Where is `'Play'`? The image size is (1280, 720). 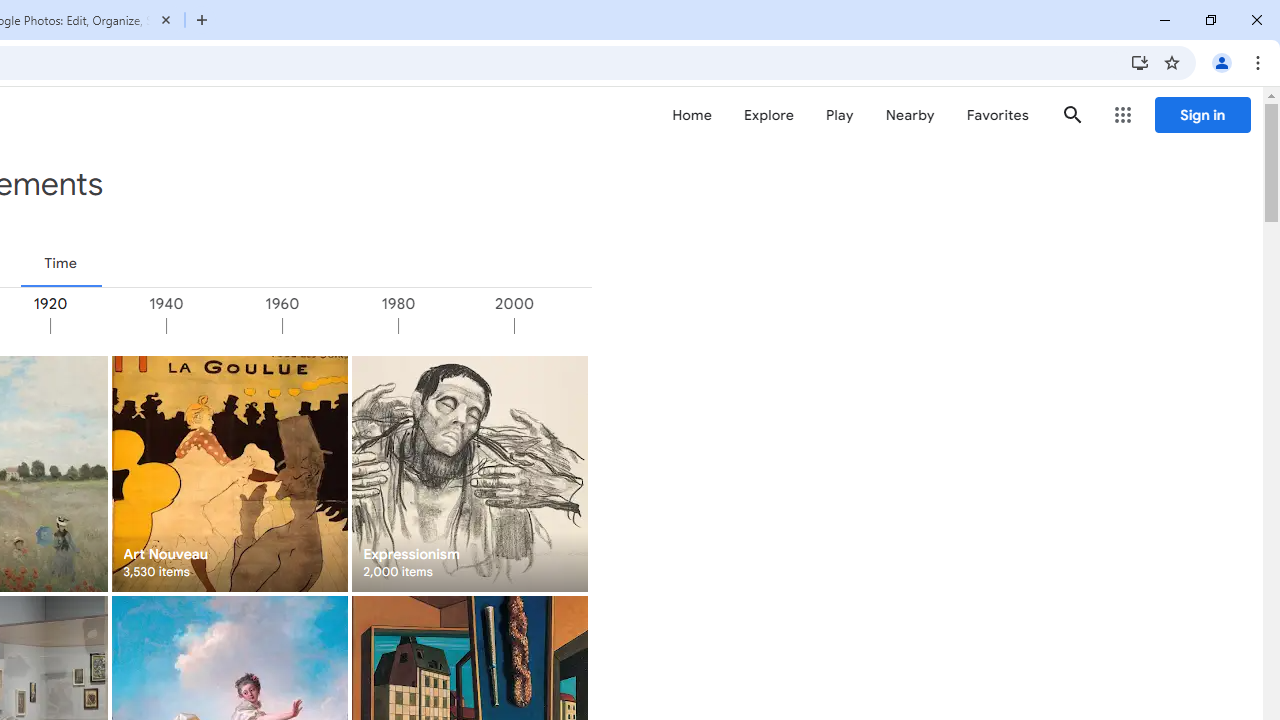 'Play' is located at coordinates (840, 115).